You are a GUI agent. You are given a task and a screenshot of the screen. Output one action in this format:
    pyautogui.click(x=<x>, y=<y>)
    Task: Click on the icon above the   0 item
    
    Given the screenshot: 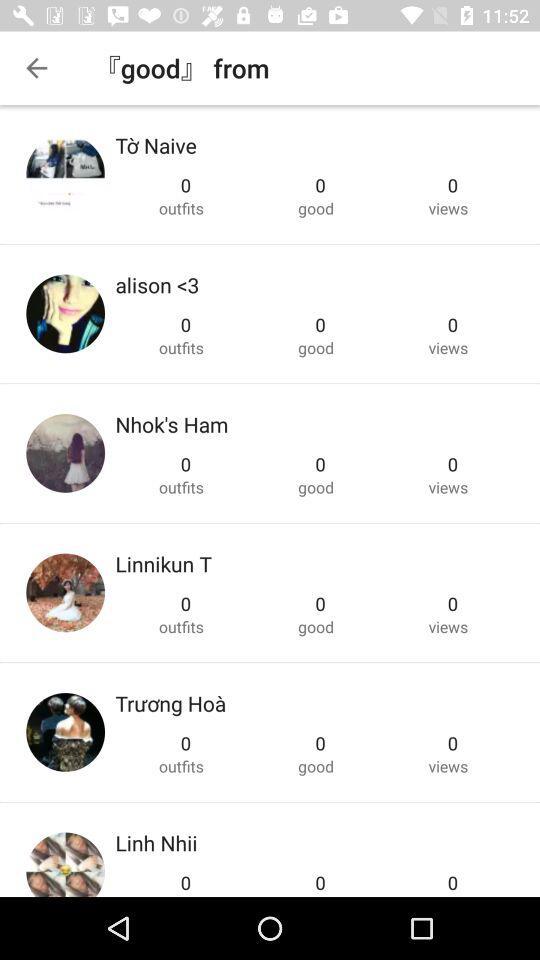 What is the action you would take?
    pyautogui.click(x=162, y=564)
    